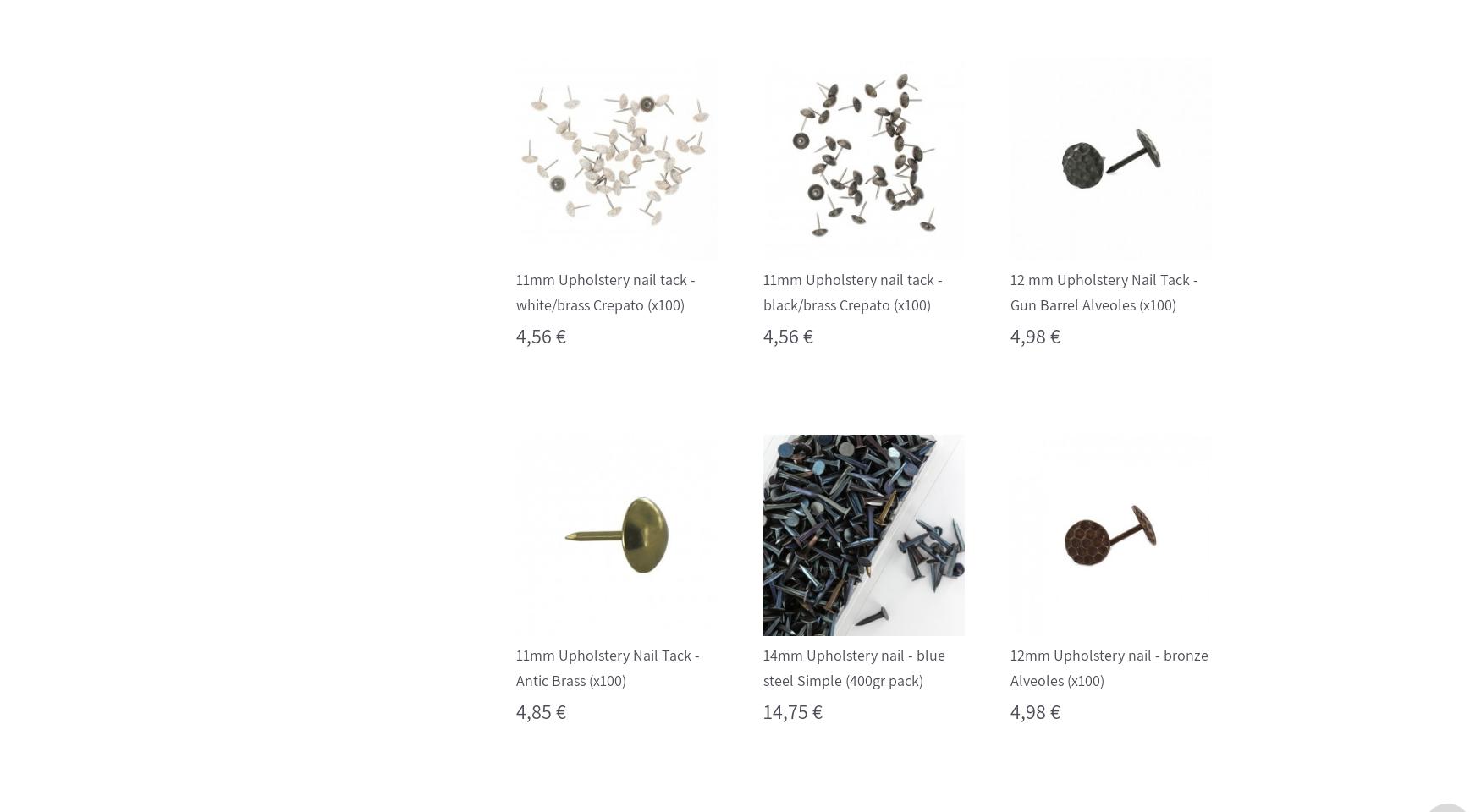 This screenshot has width=1481, height=812. I want to click on '11mm Upholstery nail tack - black/brass Crepato (x100)', so click(851, 291).